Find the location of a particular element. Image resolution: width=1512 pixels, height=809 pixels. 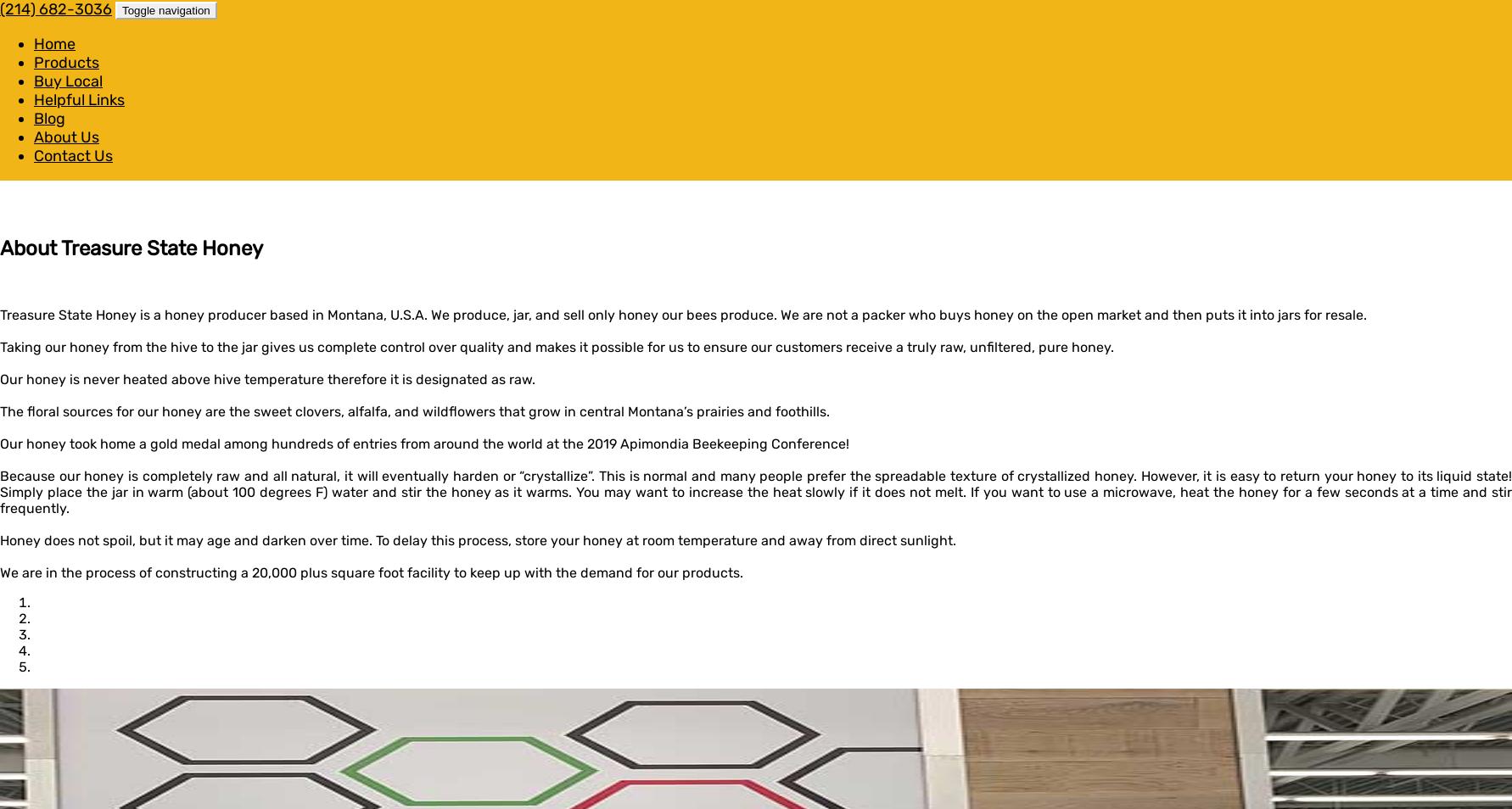

'Treasure State Honey is a honey producer based in Montana, U.S.A. We produce, jar, and sell only honey our bees produce. We are not a packer who buys honey on the open market and then puts it into jars for resale.' is located at coordinates (0, 314).